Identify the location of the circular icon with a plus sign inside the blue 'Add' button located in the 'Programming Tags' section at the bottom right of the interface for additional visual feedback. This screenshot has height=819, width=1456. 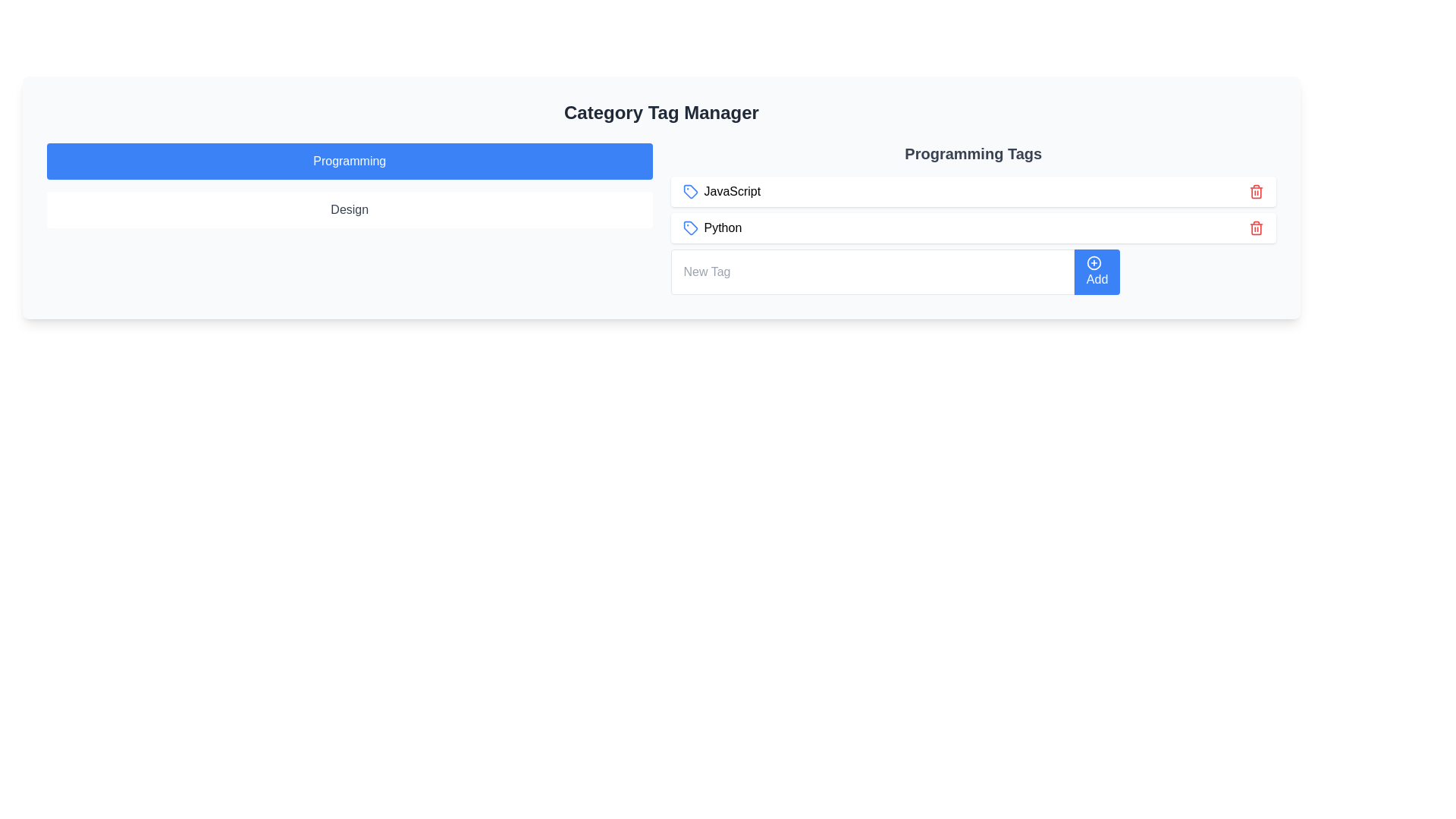
(1094, 262).